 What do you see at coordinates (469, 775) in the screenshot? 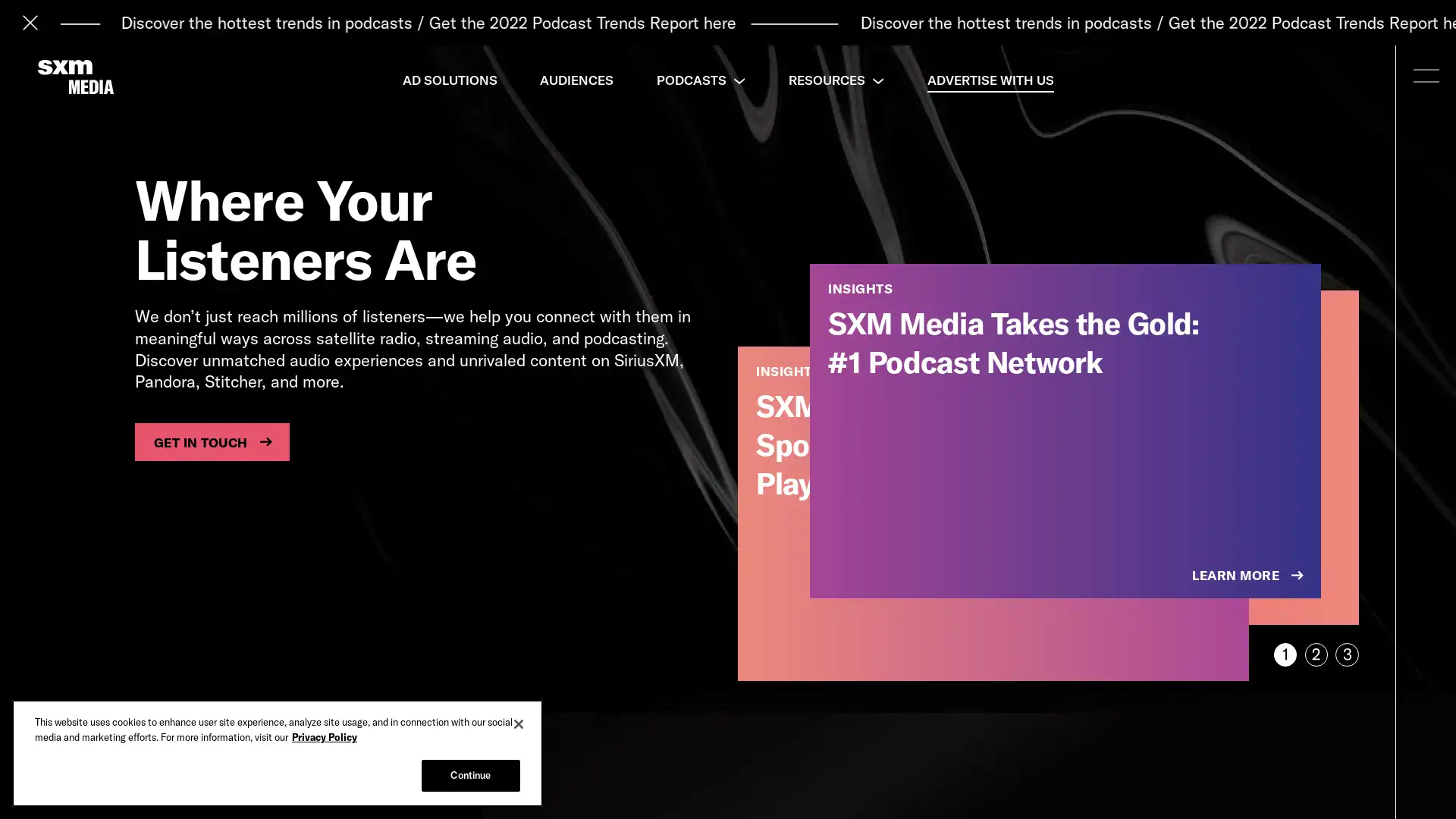
I see `Continue` at bounding box center [469, 775].